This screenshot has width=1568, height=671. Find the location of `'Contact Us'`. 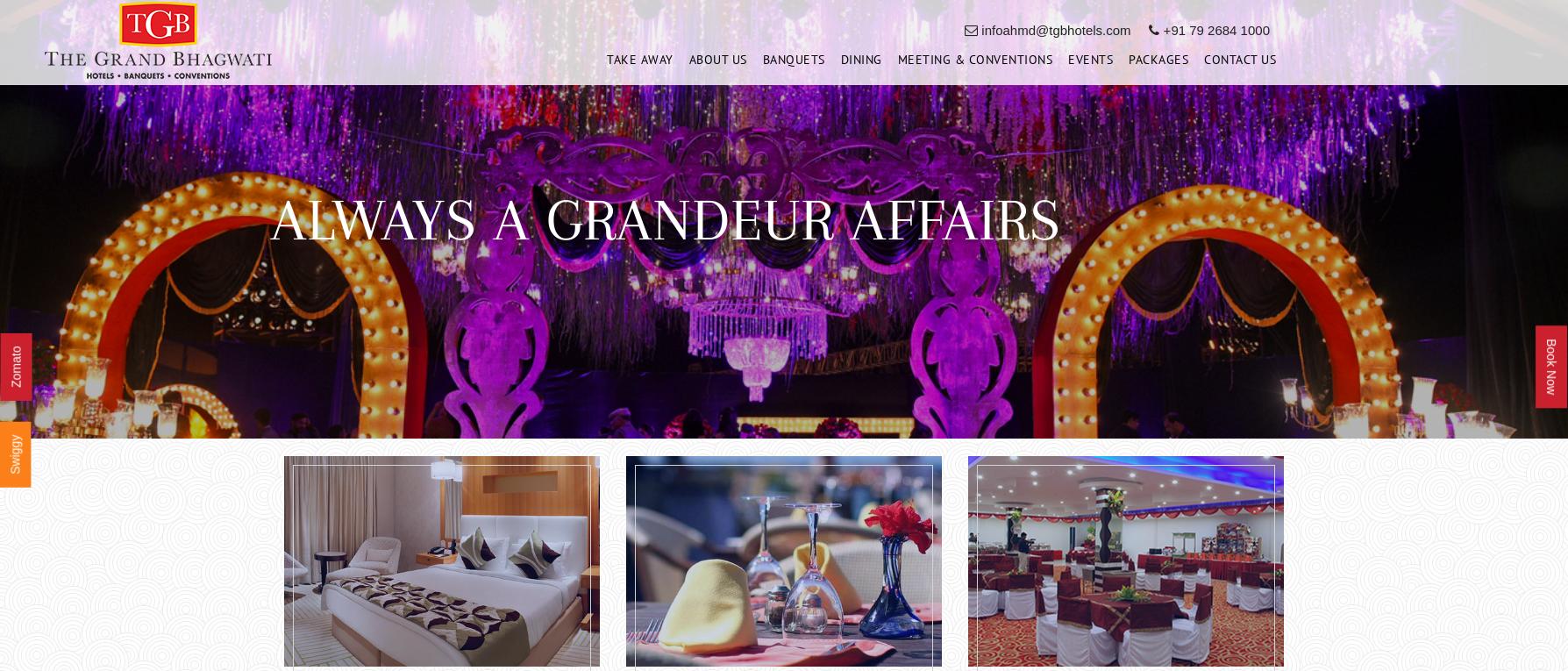

'Contact Us' is located at coordinates (1239, 63).